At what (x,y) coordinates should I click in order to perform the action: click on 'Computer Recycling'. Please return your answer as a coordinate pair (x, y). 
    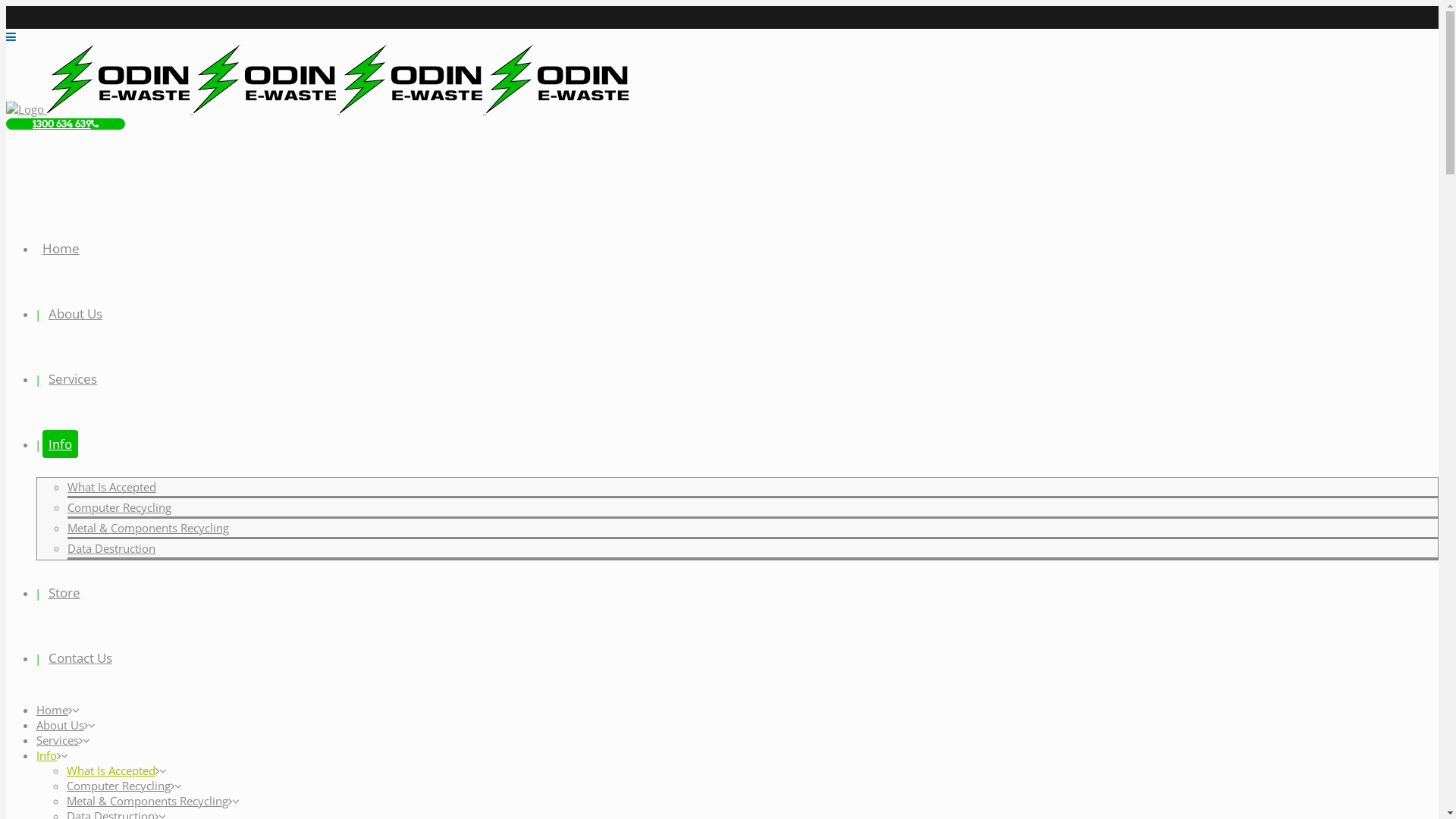
    Looking at the image, I should click on (67, 507).